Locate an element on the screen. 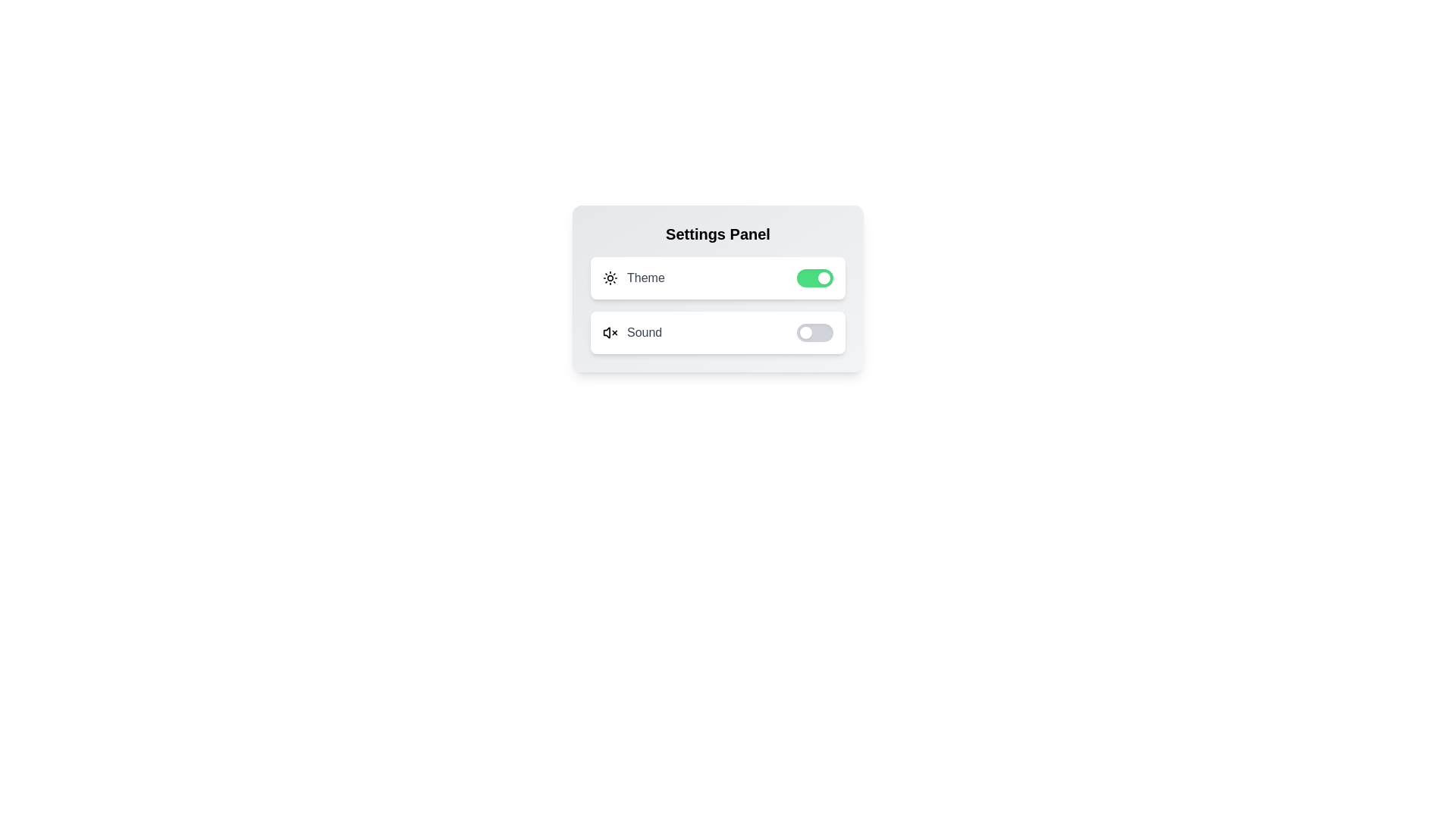  the icon corresponding to Theme to toggle its state is located at coordinates (610, 278).